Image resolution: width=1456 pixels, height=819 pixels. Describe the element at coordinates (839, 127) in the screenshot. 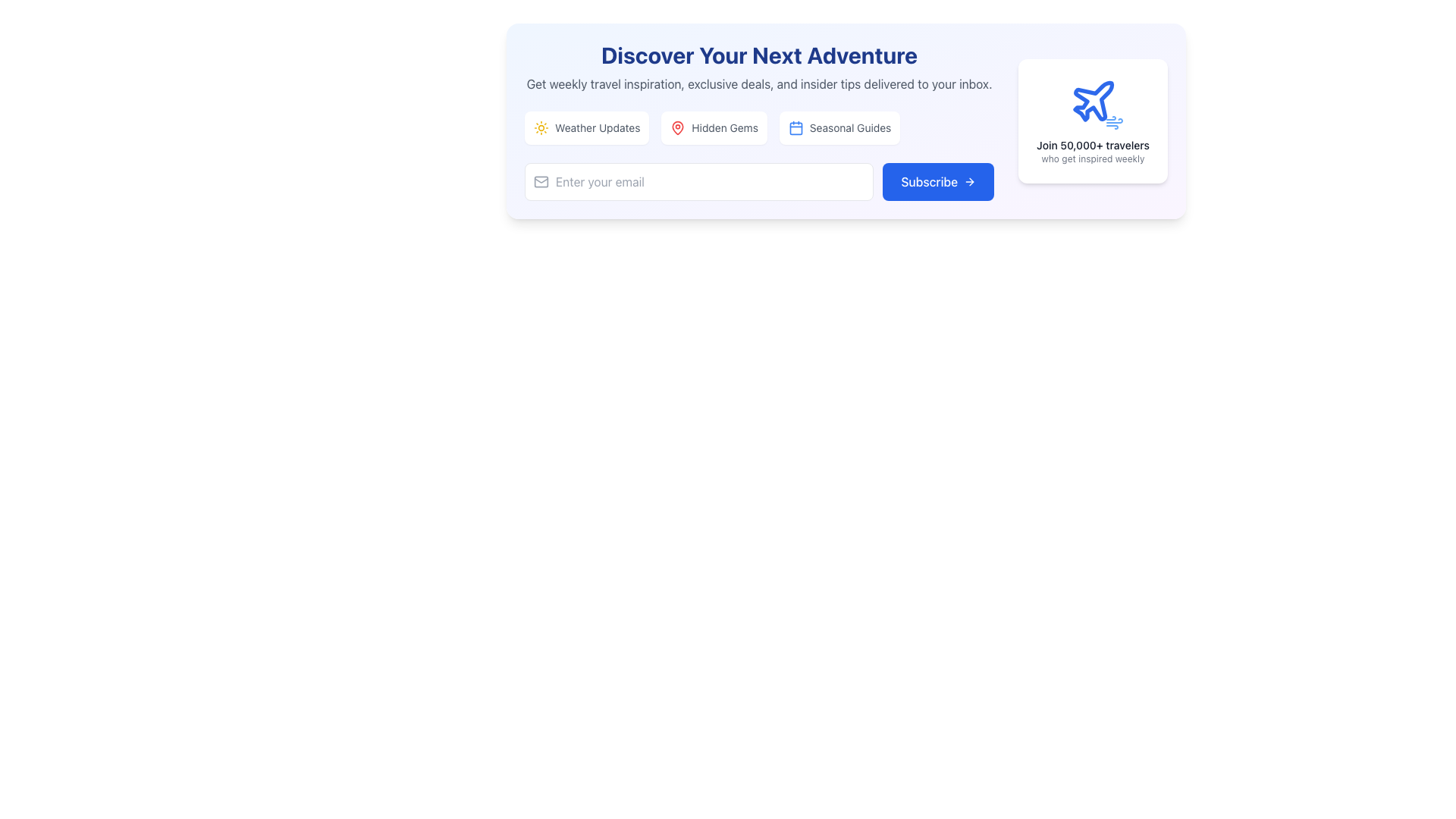

I see `the navigation button that directs users to seasonal guides, positioned as the third button in a horizontal layout following 'Weather Updates' and 'Hidden Gems'` at that location.